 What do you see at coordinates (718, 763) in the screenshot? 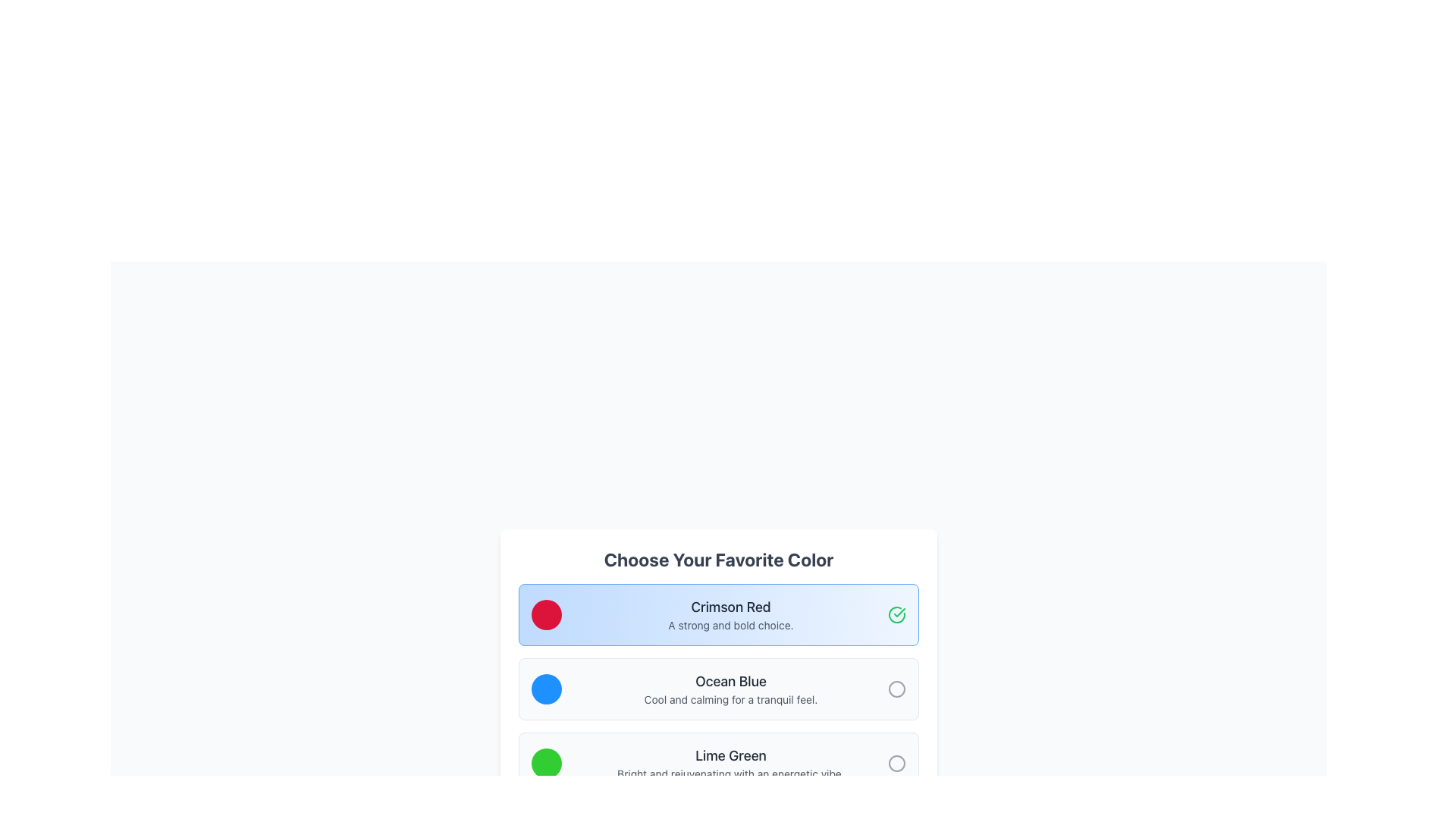
I see `the third selectable option block titled 'Lime Green' with a light gray background and a circular green icon` at bounding box center [718, 763].